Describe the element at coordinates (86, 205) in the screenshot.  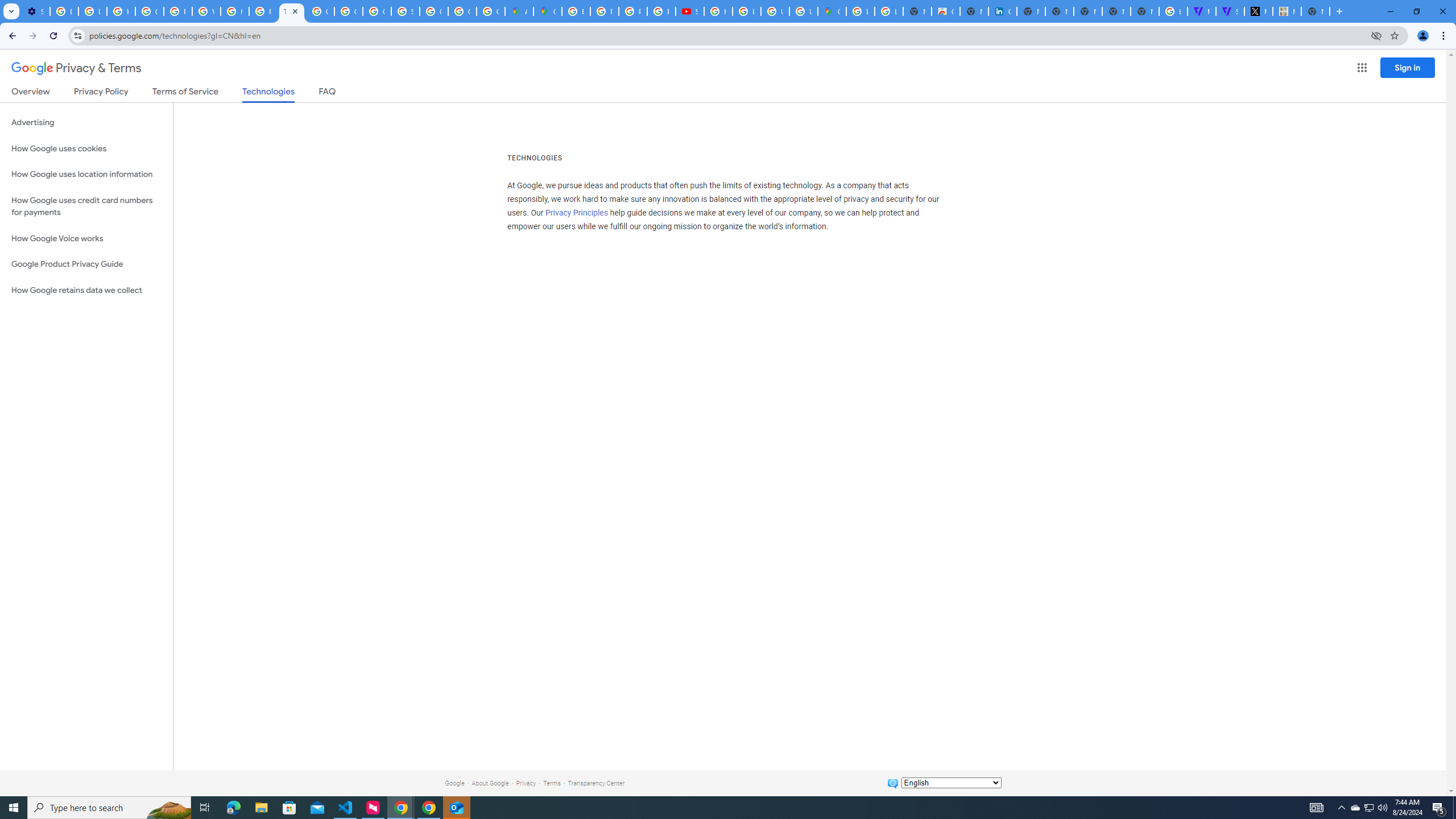
I see `'How Google uses credit card numbers for payments'` at that location.